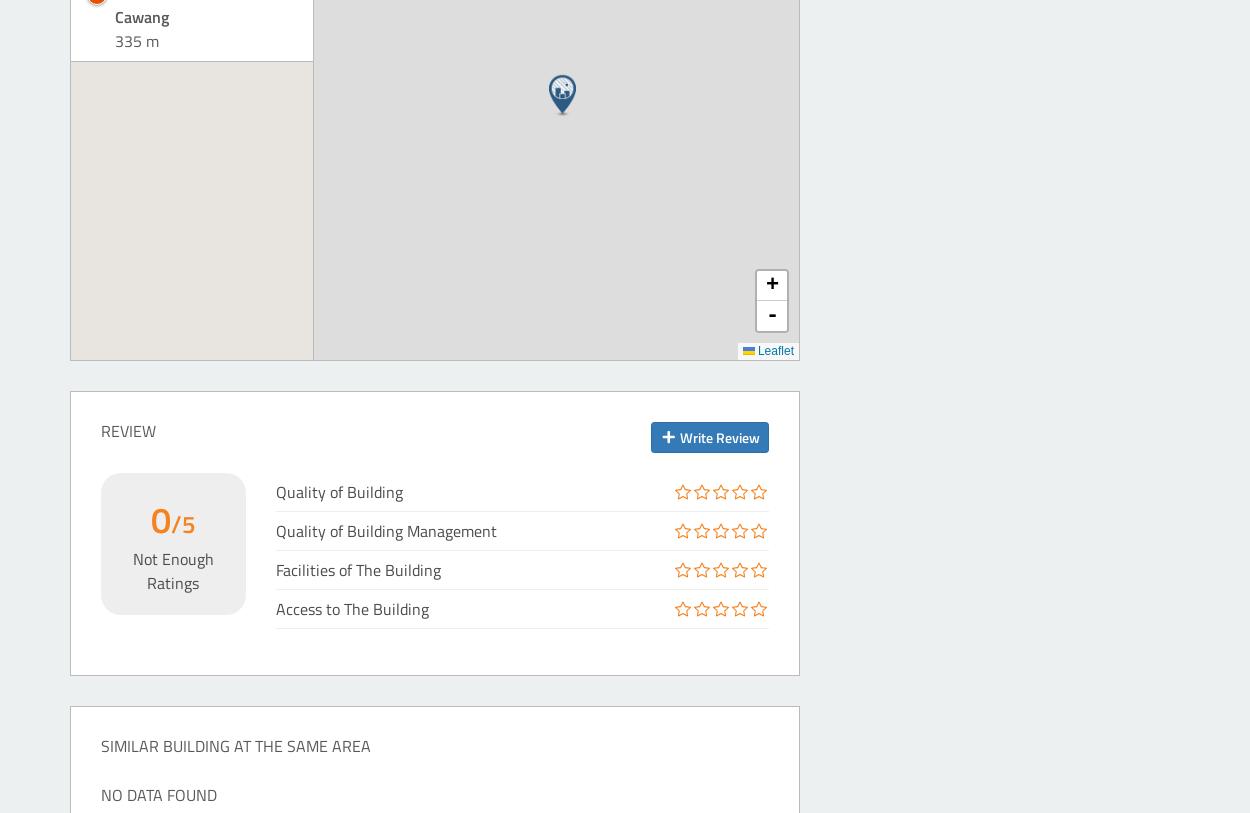 Image resolution: width=1250 pixels, height=813 pixels. What do you see at coordinates (100, 793) in the screenshot?
I see `'NO DATA FOUND'` at bounding box center [100, 793].